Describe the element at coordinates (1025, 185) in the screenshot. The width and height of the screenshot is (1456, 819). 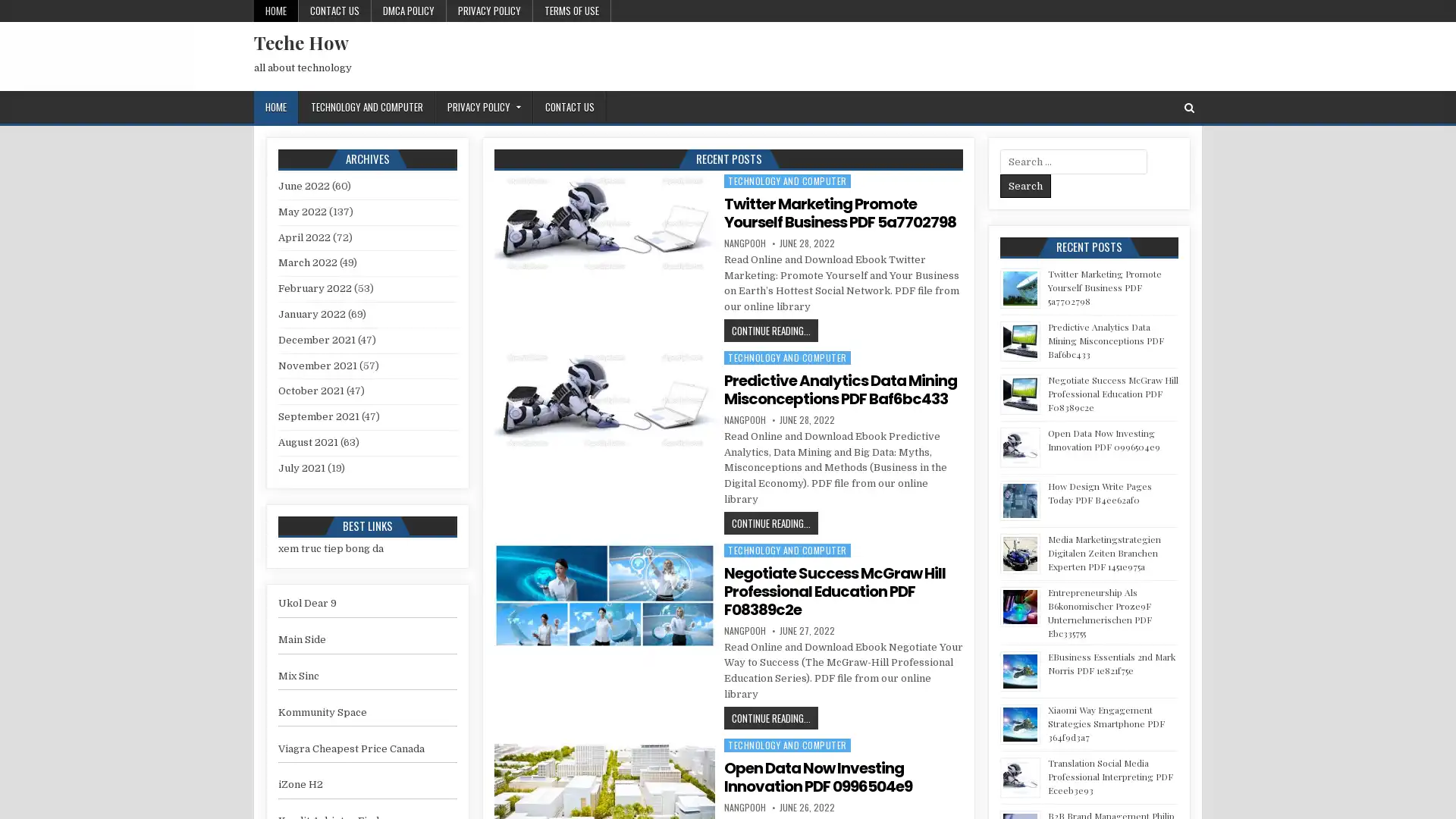
I see `Search` at that location.